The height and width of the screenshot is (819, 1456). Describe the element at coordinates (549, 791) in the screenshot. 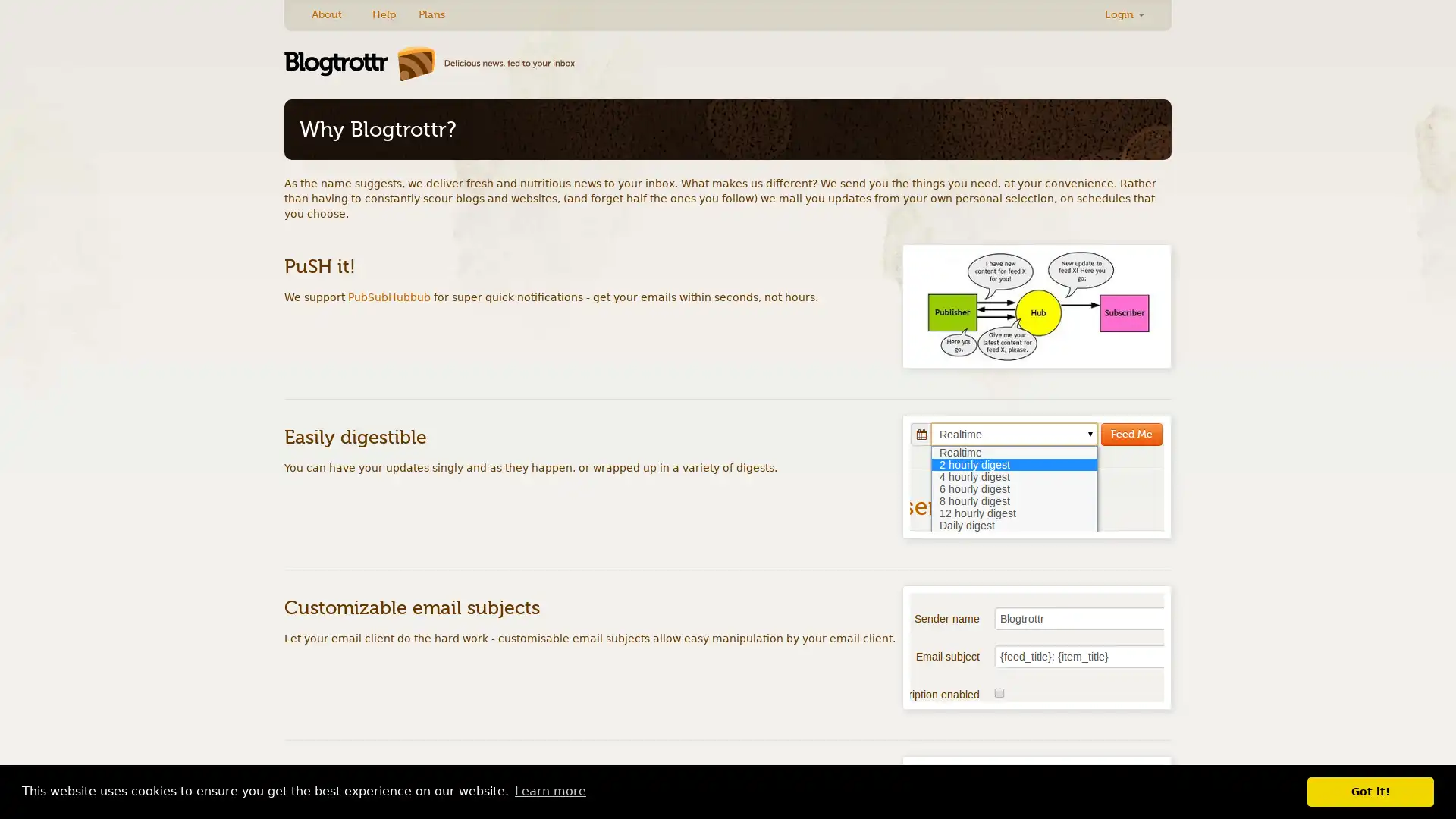

I see `learn more about cookies` at that location.